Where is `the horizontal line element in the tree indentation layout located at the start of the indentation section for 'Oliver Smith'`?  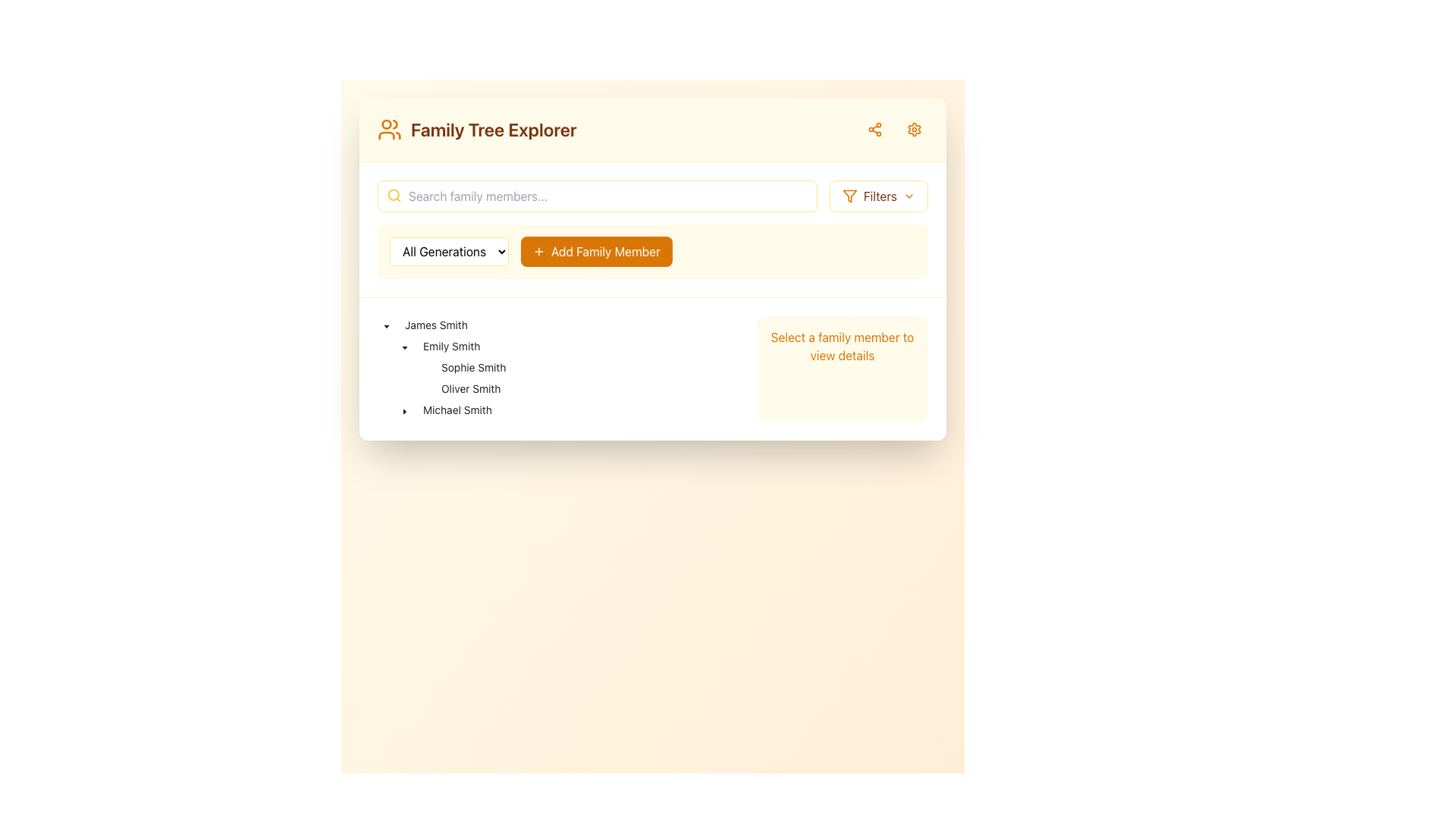 the horizontal line element in the tree indentation layout located at the start of the indentation section for 'Oliver Smith' is located at coordinates (396, 388).